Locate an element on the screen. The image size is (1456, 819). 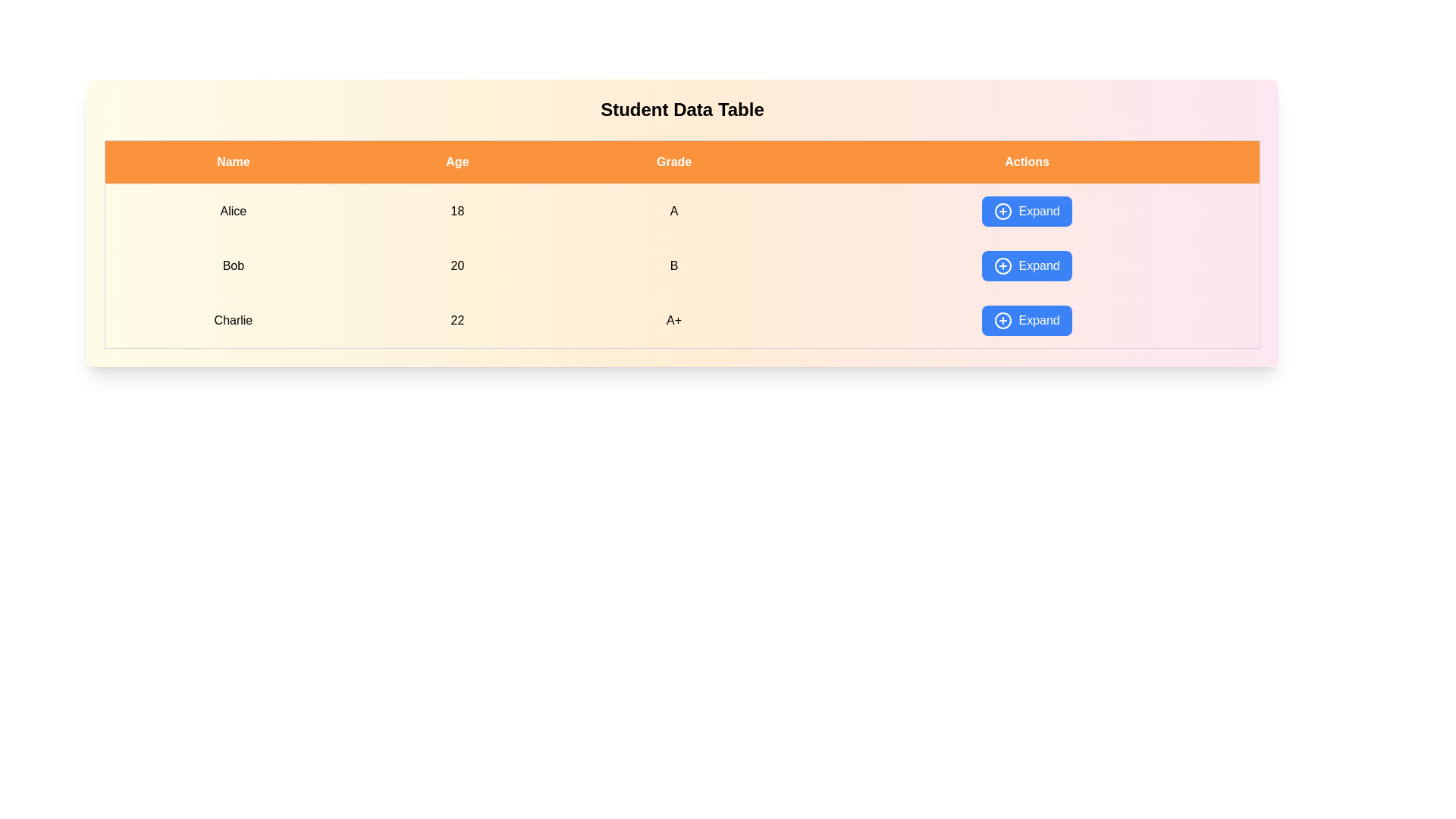
the static text label displaying the grade value located in the third row and third column of the table, aligned with 'Charlie' and '22' is located at coordinates (673, 320).